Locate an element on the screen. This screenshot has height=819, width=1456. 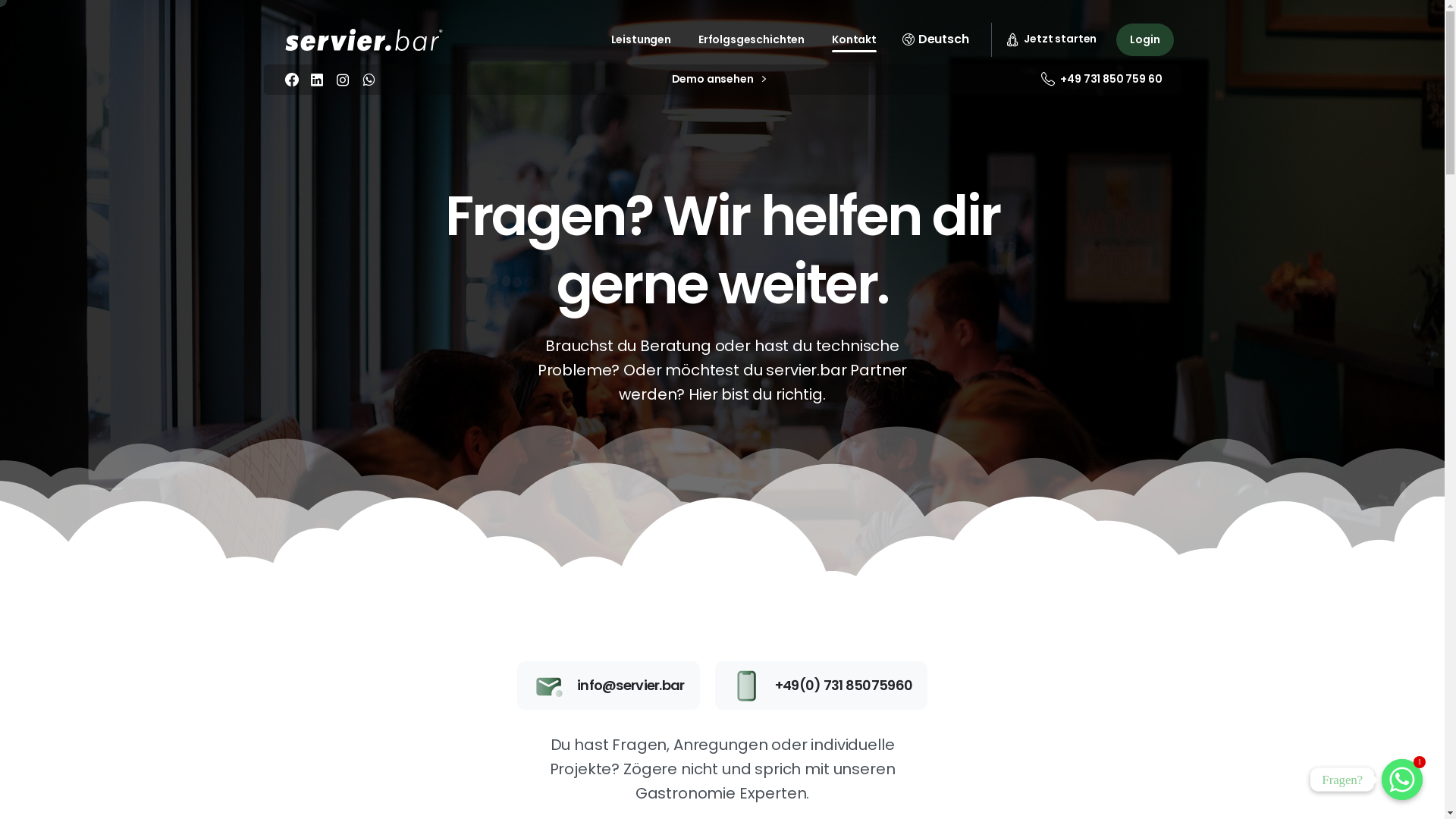
'Jetzt starten' is located at coordinates (1051, 38).